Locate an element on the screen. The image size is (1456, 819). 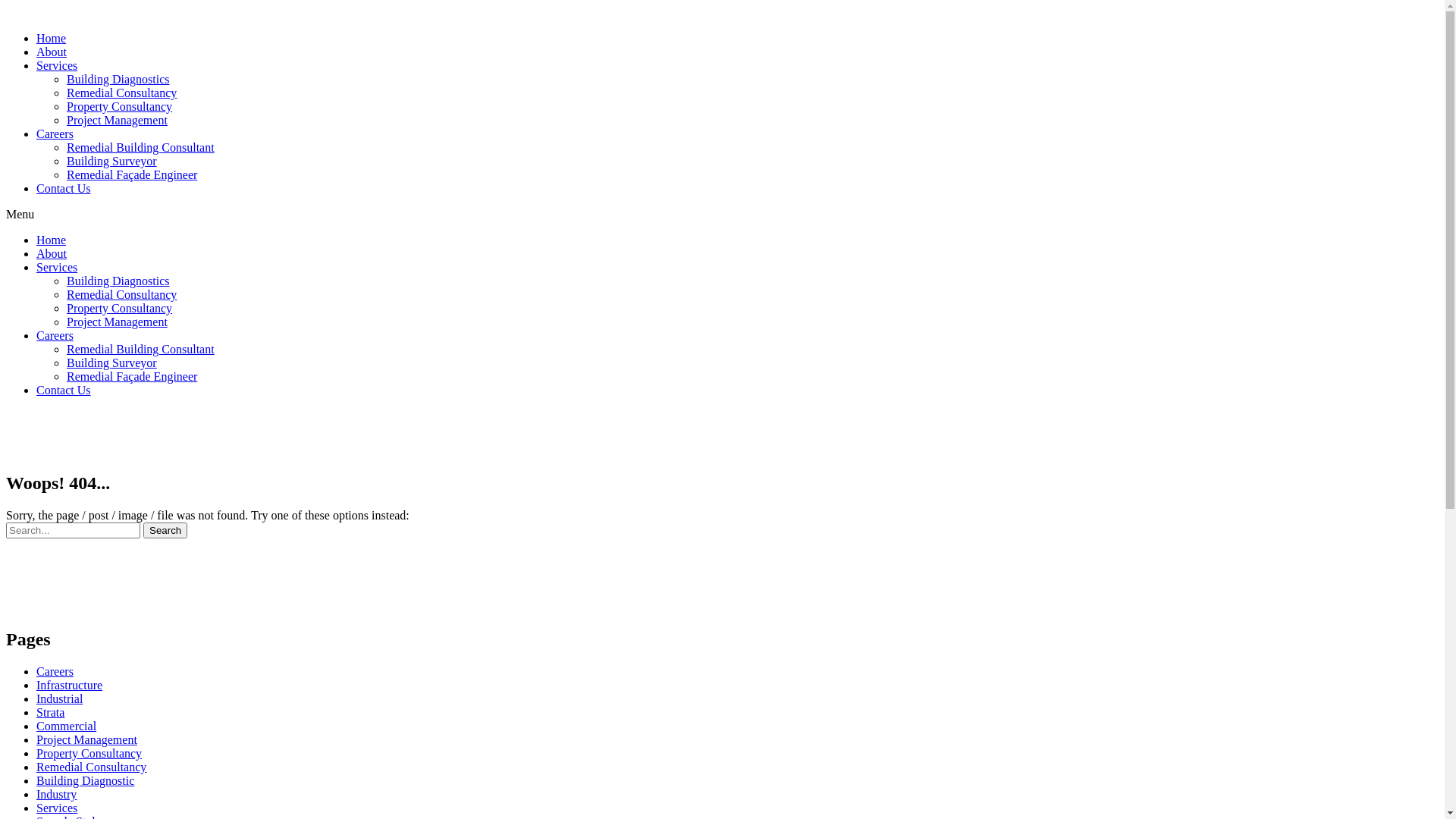
'Remedial Building Consultant' is located at coordinates (140, 349).